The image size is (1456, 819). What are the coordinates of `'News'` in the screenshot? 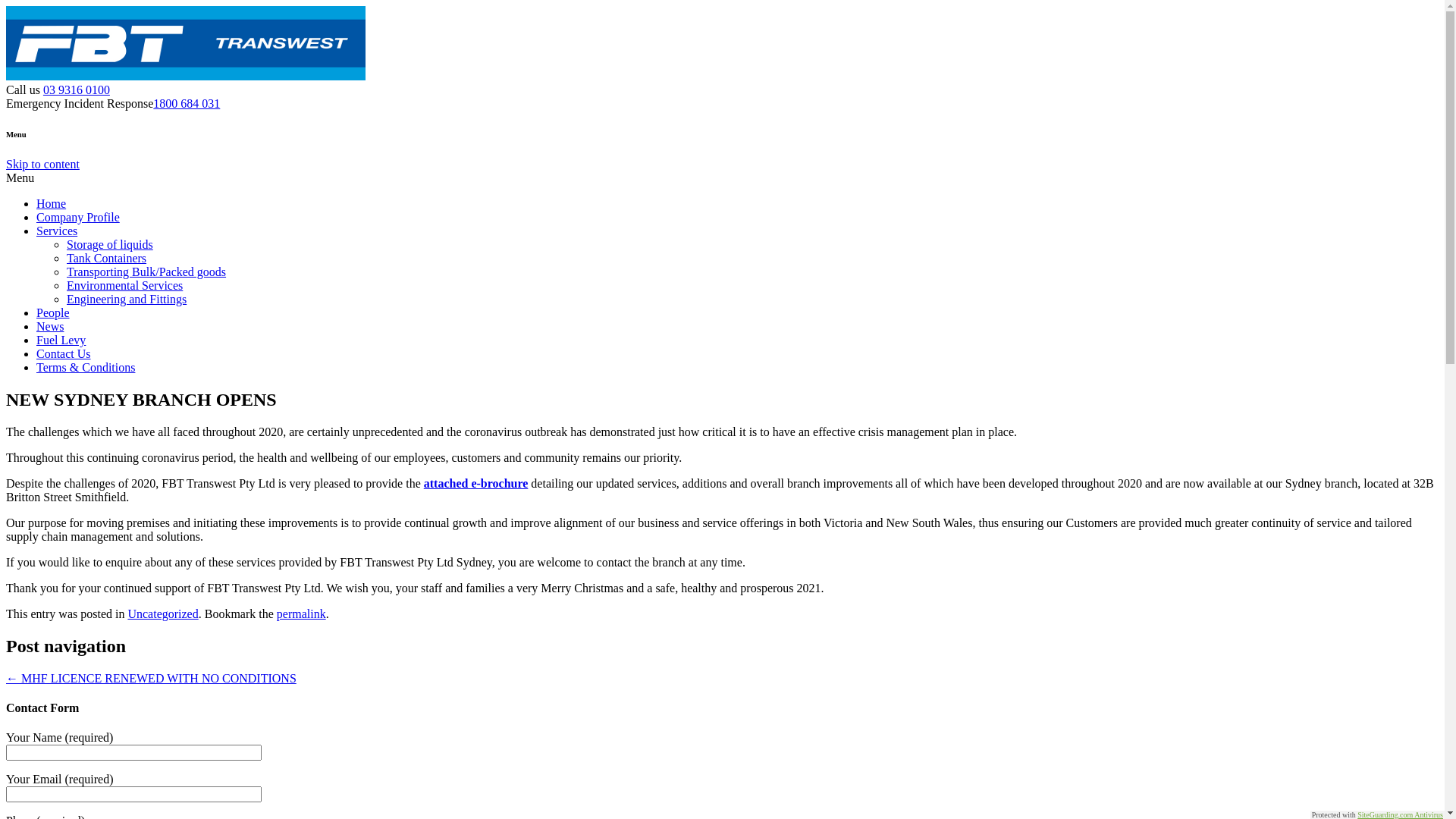 It's located at (50, 325).